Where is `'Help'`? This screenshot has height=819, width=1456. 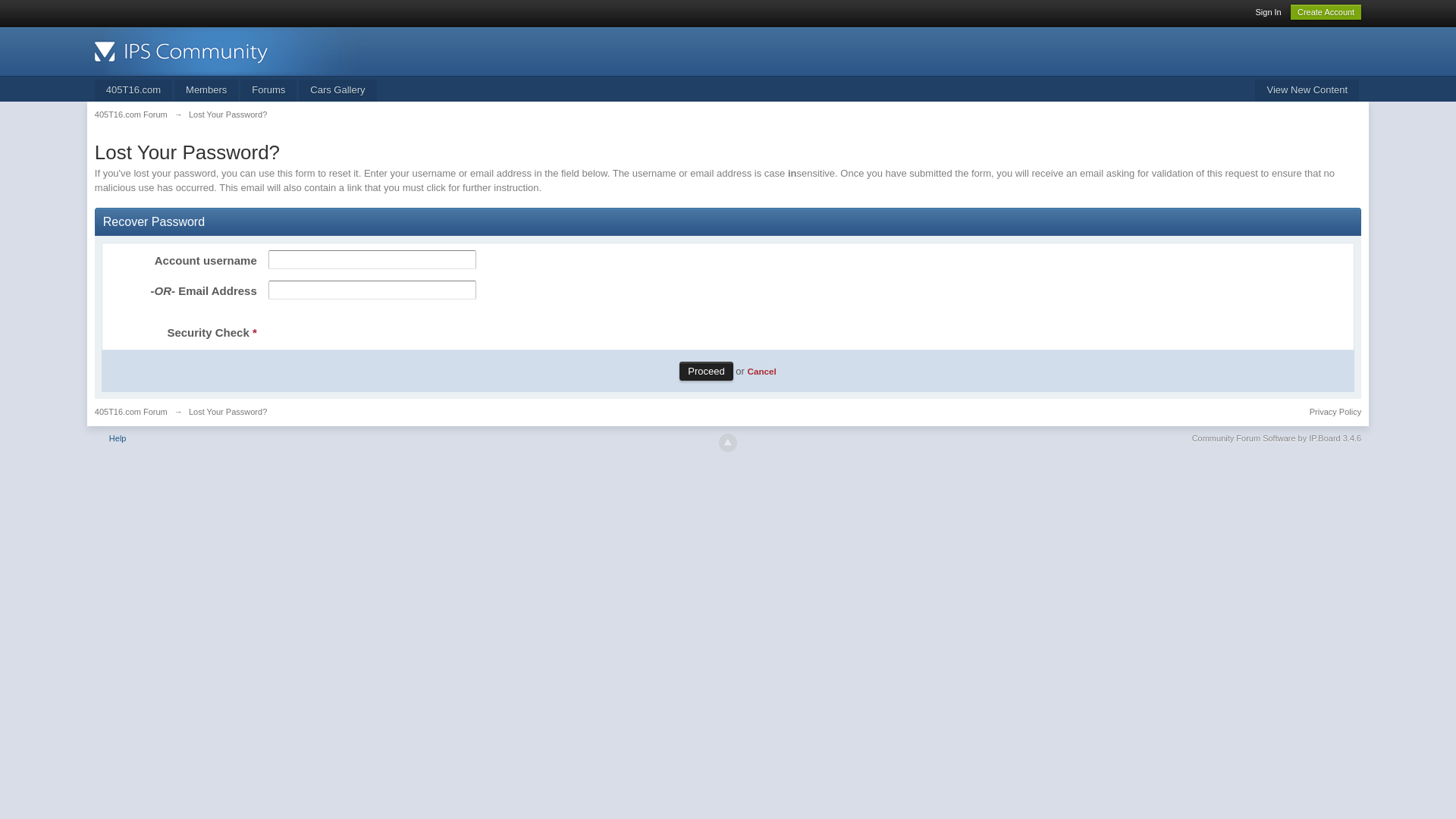 'Help' is located at coordinates (117, 438).